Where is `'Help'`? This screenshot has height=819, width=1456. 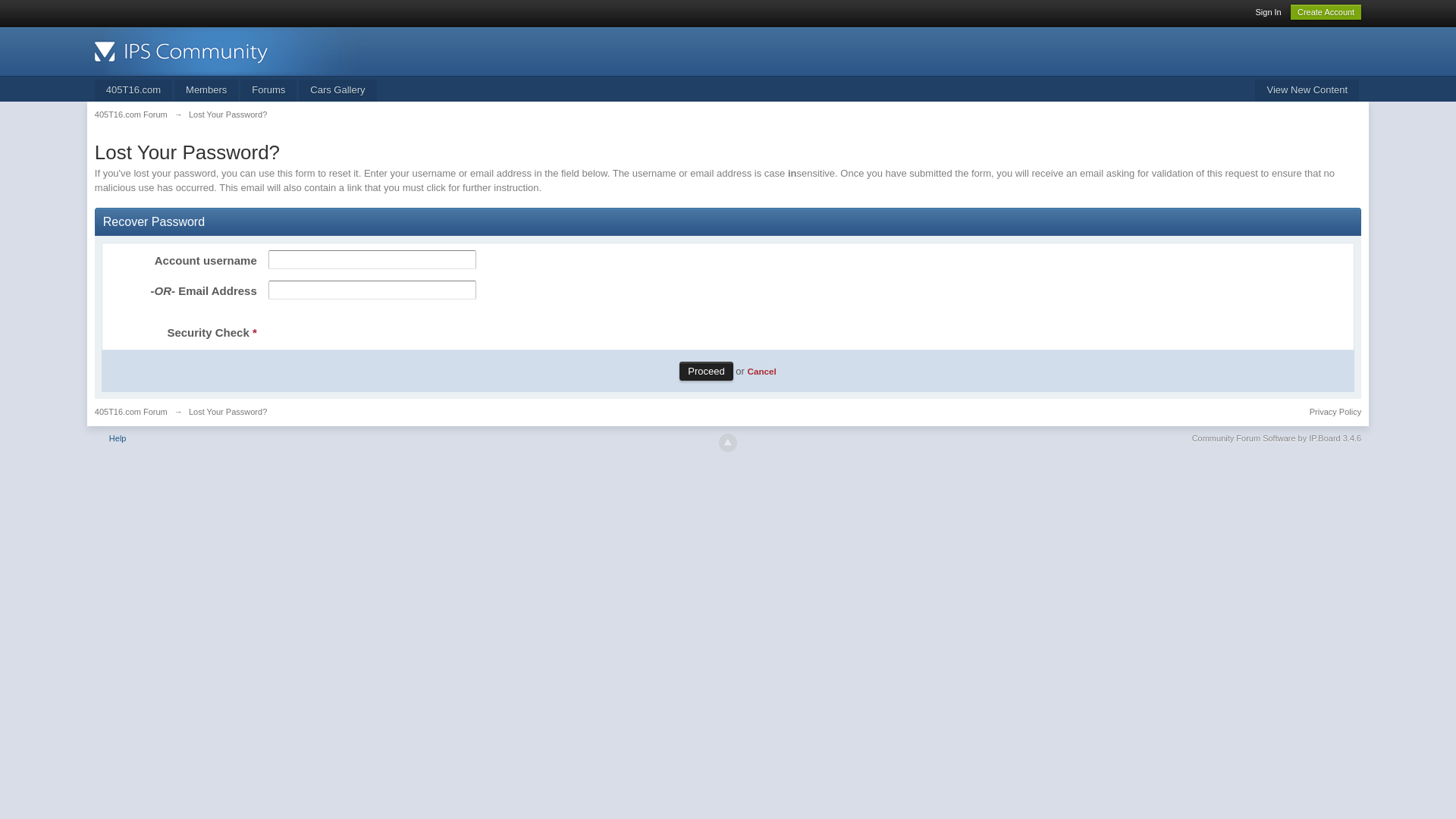 'Help' is located at coordinates (117, 438).